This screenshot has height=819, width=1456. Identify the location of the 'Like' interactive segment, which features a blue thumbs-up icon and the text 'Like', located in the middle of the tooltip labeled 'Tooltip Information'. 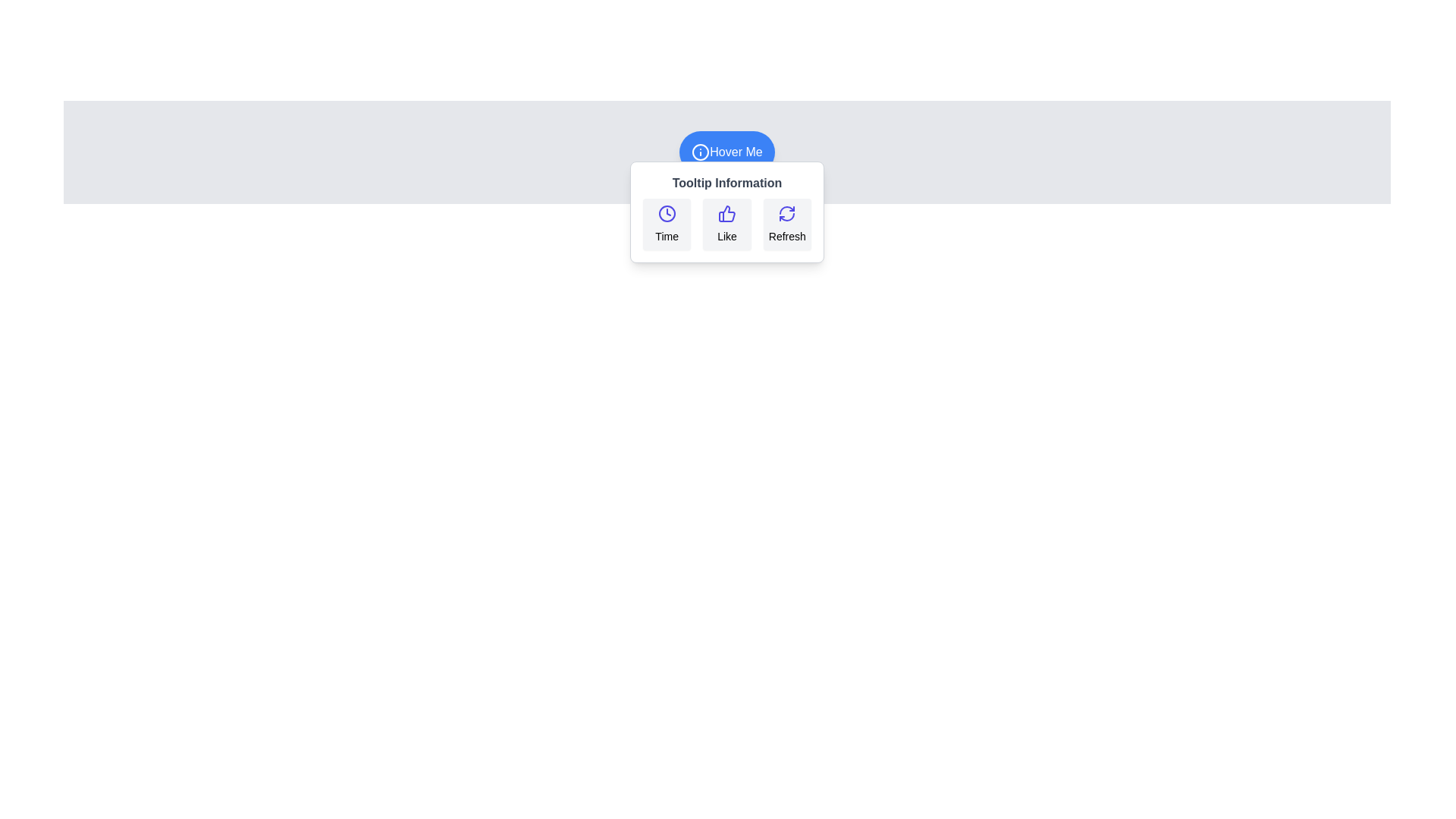
(726, 224).